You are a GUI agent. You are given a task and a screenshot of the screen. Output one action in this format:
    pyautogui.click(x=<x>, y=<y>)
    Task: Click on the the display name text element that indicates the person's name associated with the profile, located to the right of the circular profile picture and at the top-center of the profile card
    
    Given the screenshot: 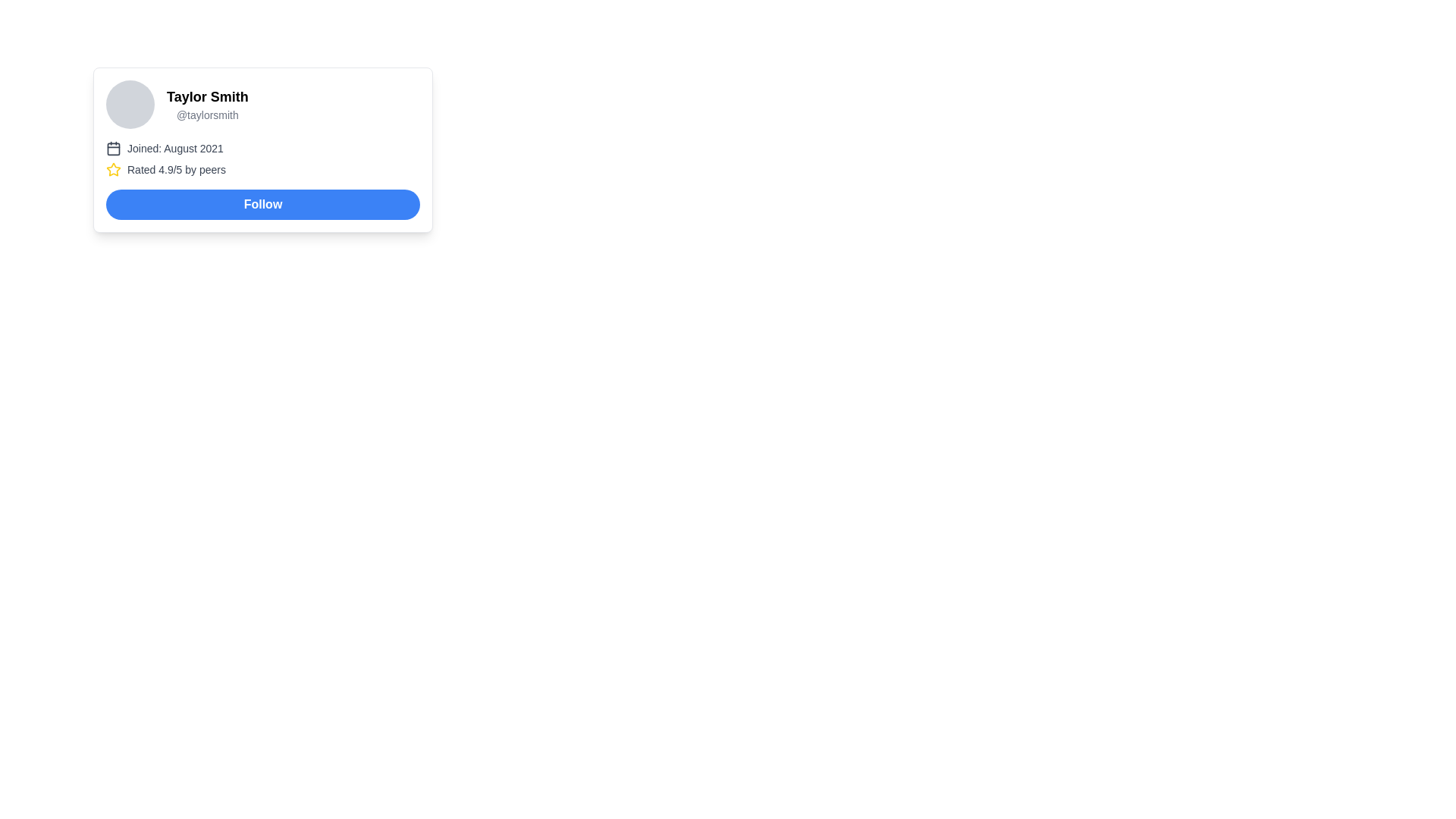 What is the action you would take?
    pyautogui.click(x=206, y=96)
    